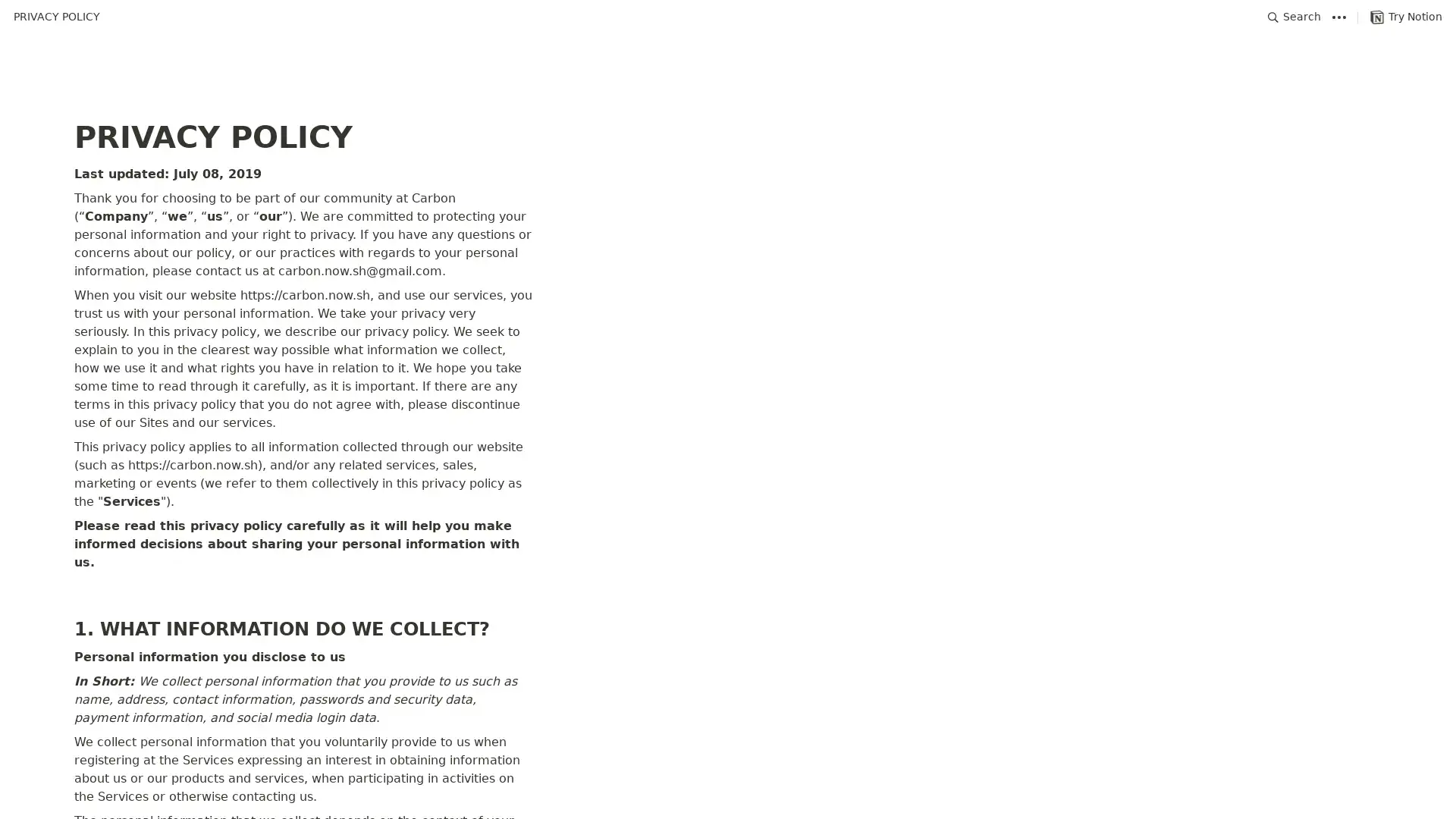 Image resolution: width=1456 pixels, height=819 pixels. What do you see at coordinates (1294, 17) in the screenshot?
I see `Search` at bounding box center [1294, 17].